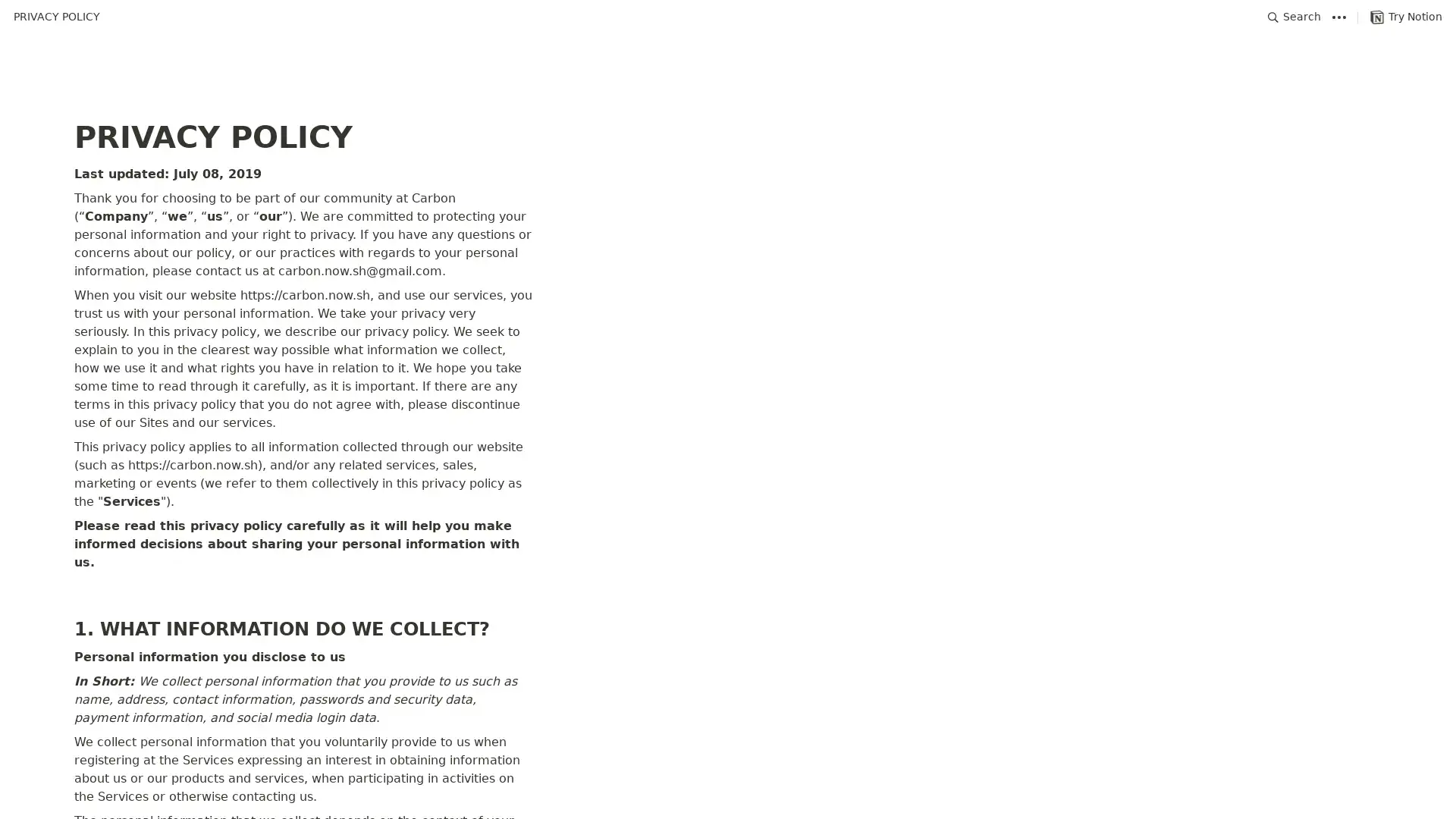 Image resolution: width=1456 pixels, height=819 pixels. What do you see at coordinates (1294, 17) in the screenshot?
I see `Search` at bounding box center [1294, 17].